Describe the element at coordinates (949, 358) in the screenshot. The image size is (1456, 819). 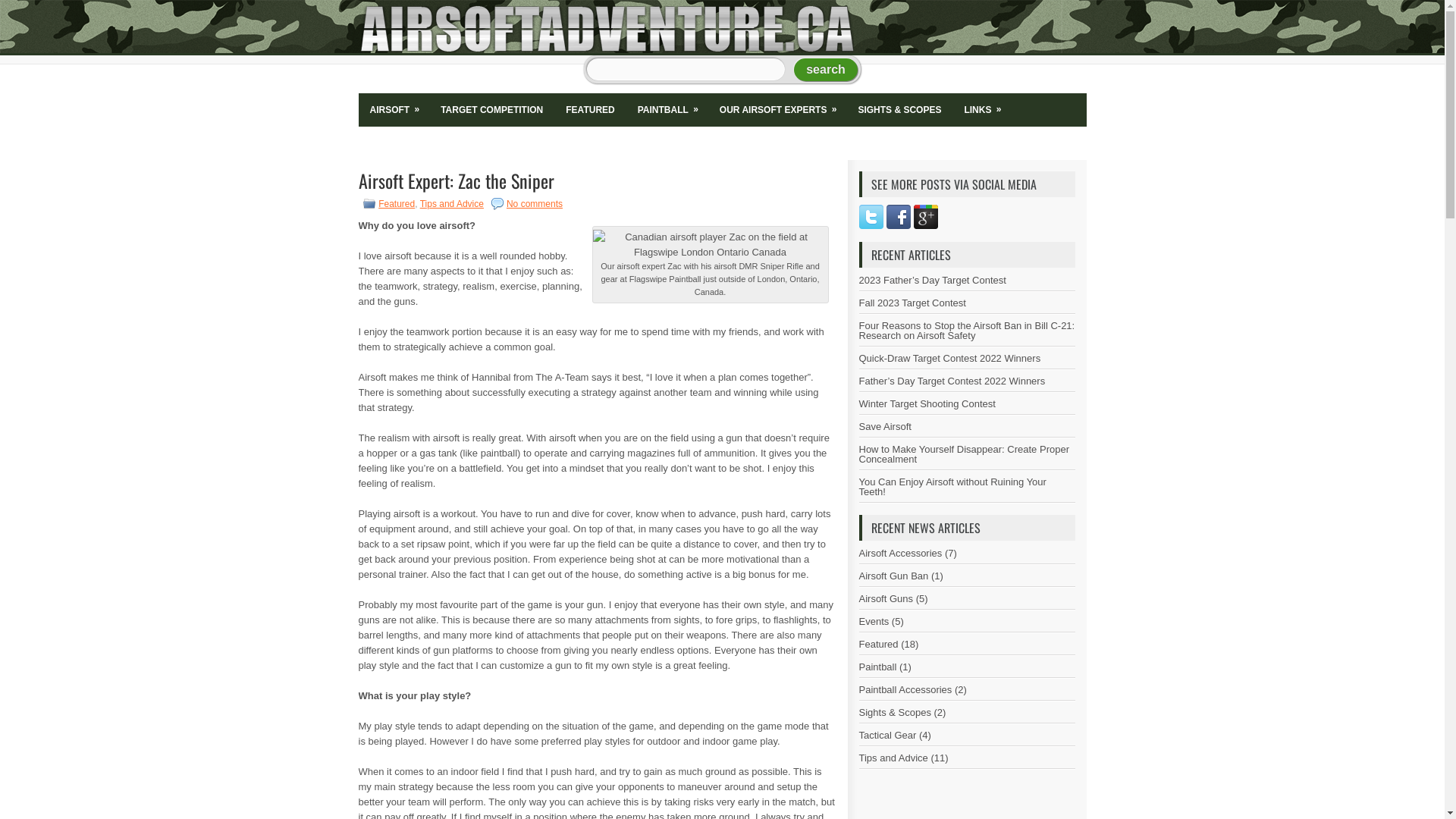
I see `'Quick-Draw Target Contest 2022 Winners'` at that location.